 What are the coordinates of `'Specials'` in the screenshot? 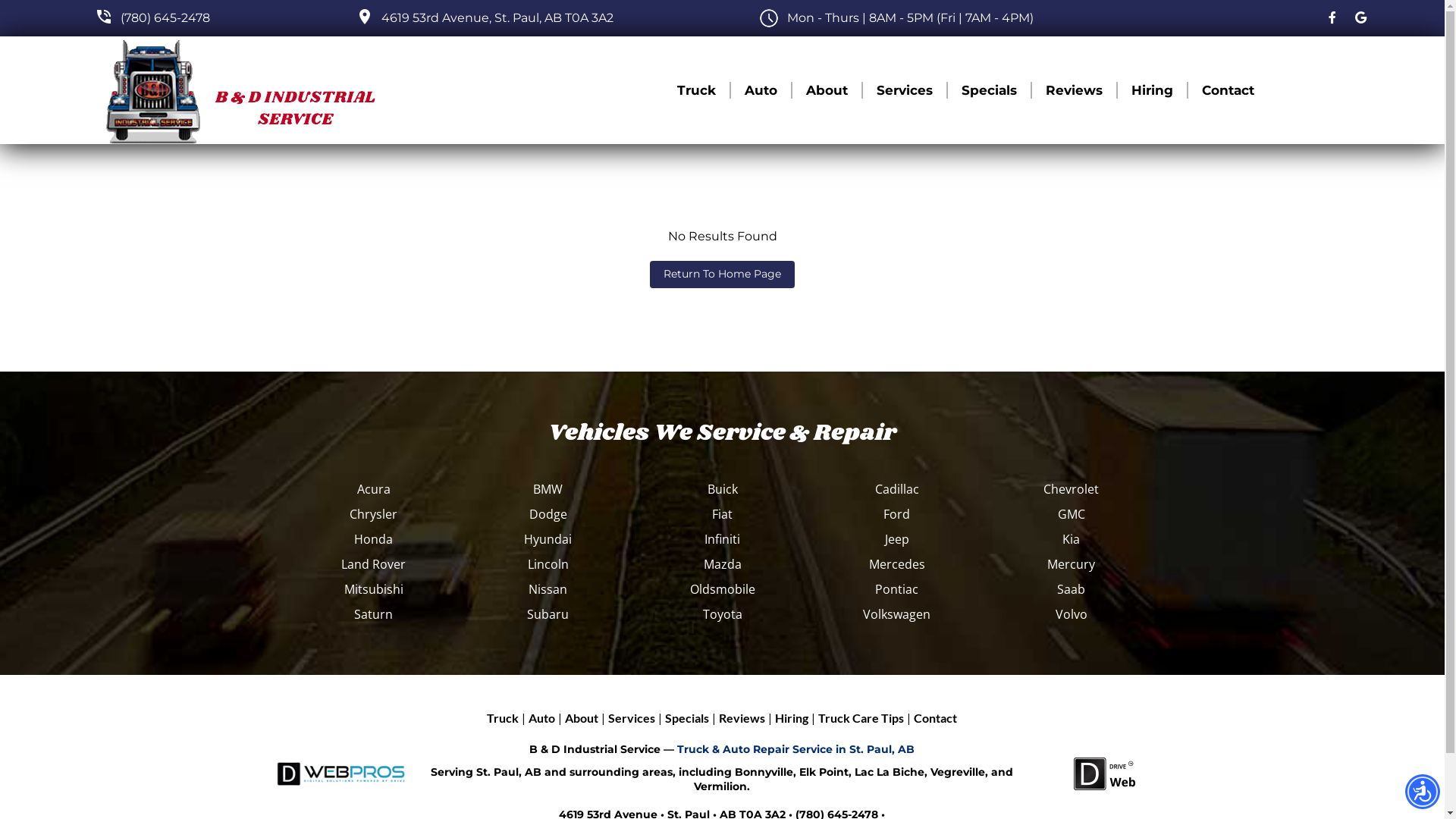 It's located at (686, 717).